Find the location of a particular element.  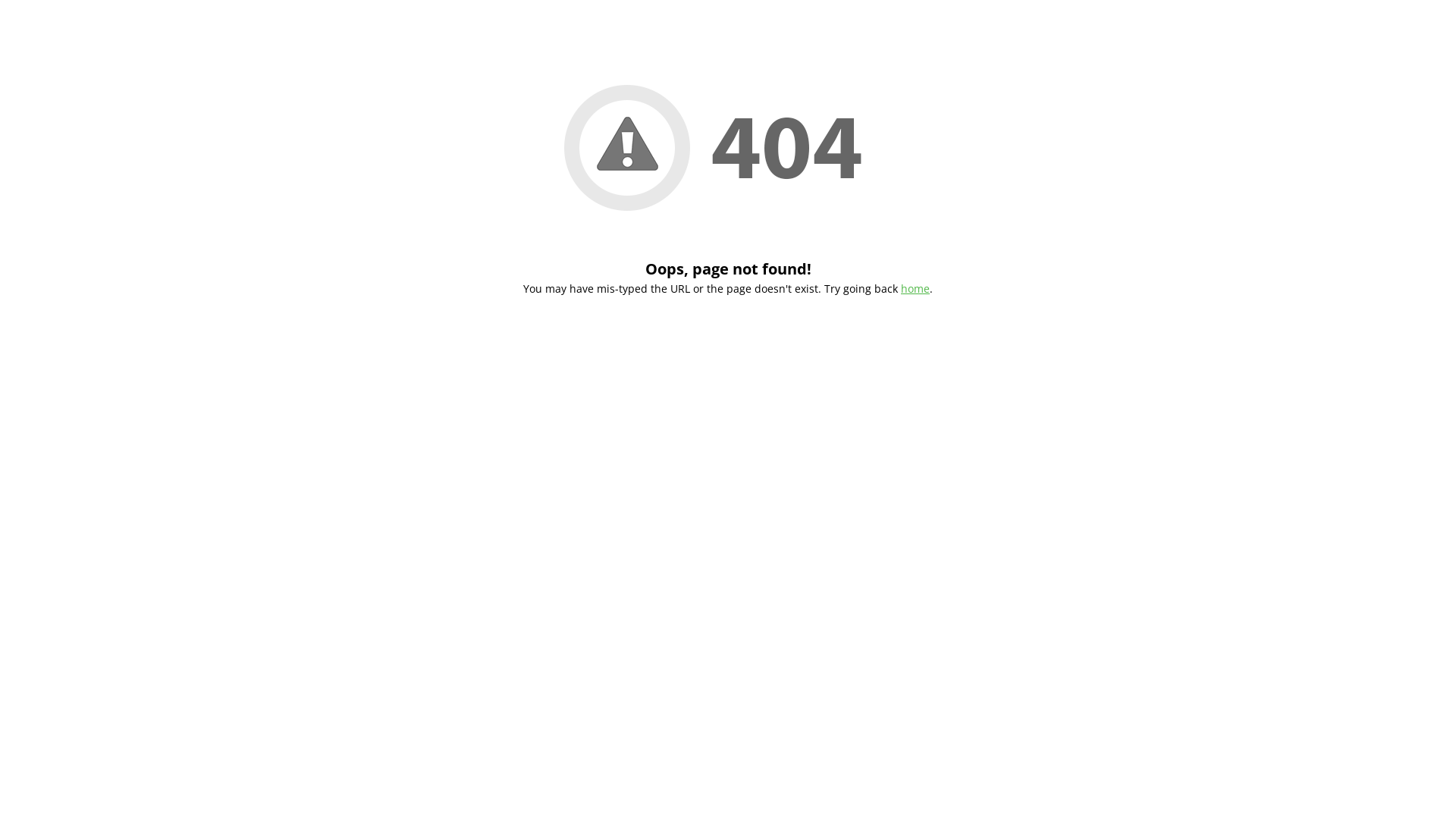

'home' is located at coordinates (901, 288).